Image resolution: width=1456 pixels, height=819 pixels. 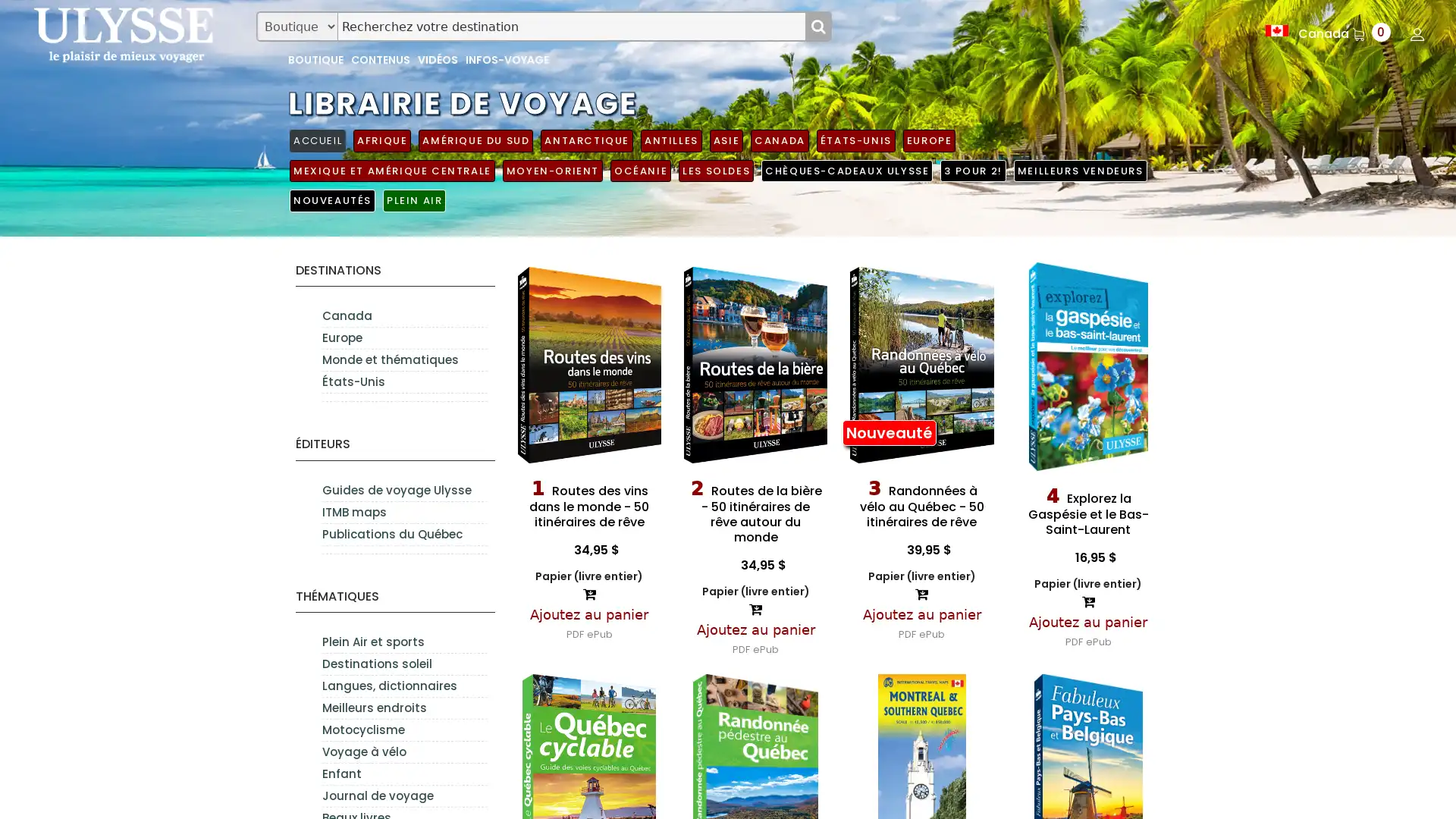 What do you see at coordinates (846, 170) in the screenshot?
I see `CHEQUES-CADEAUX ULYSSE` at bounding box center [846, 170].